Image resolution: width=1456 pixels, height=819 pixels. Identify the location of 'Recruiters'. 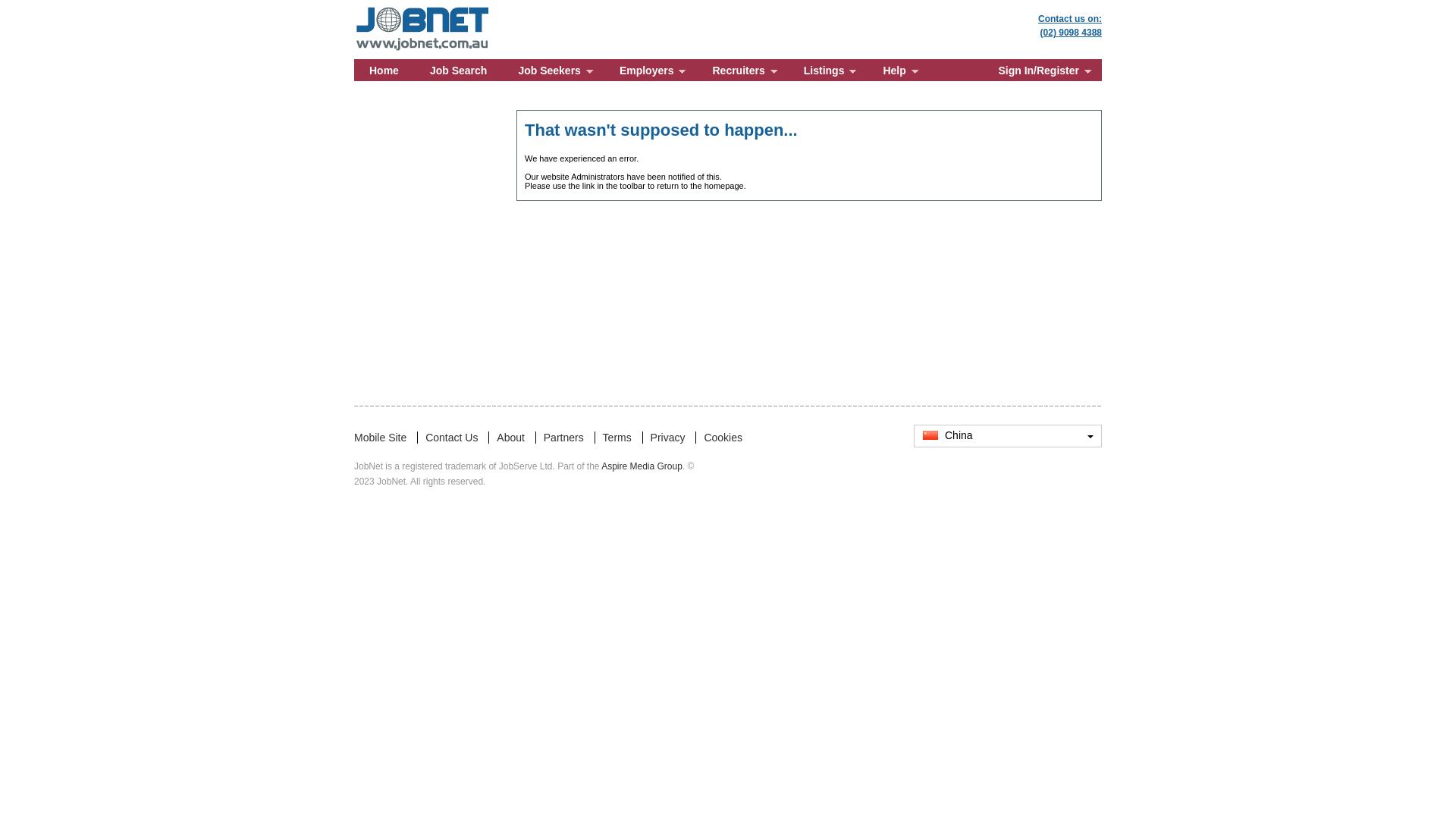
(742, 70).